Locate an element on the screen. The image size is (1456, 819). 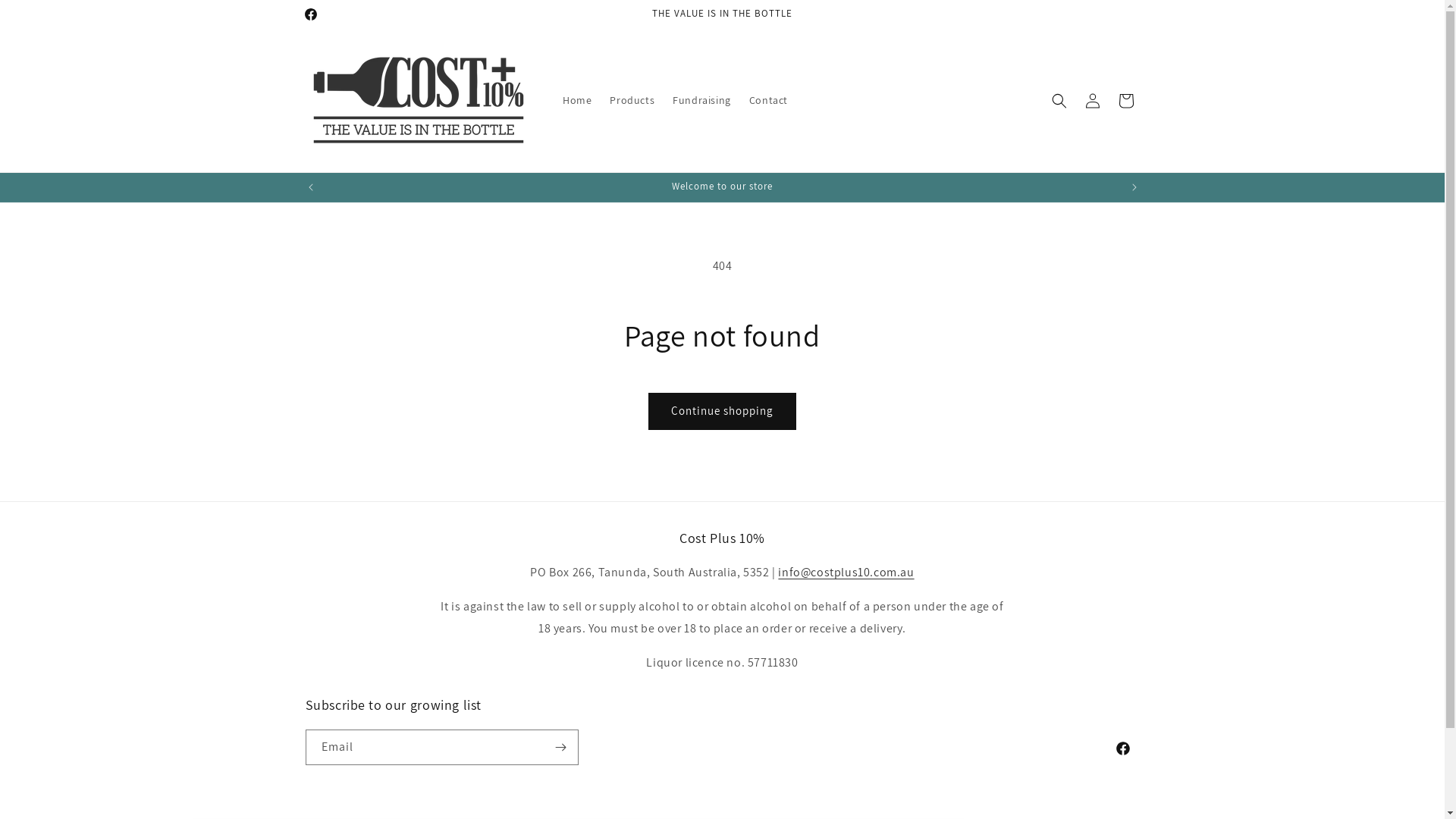
'Home' is located at coordinates (576, 99).